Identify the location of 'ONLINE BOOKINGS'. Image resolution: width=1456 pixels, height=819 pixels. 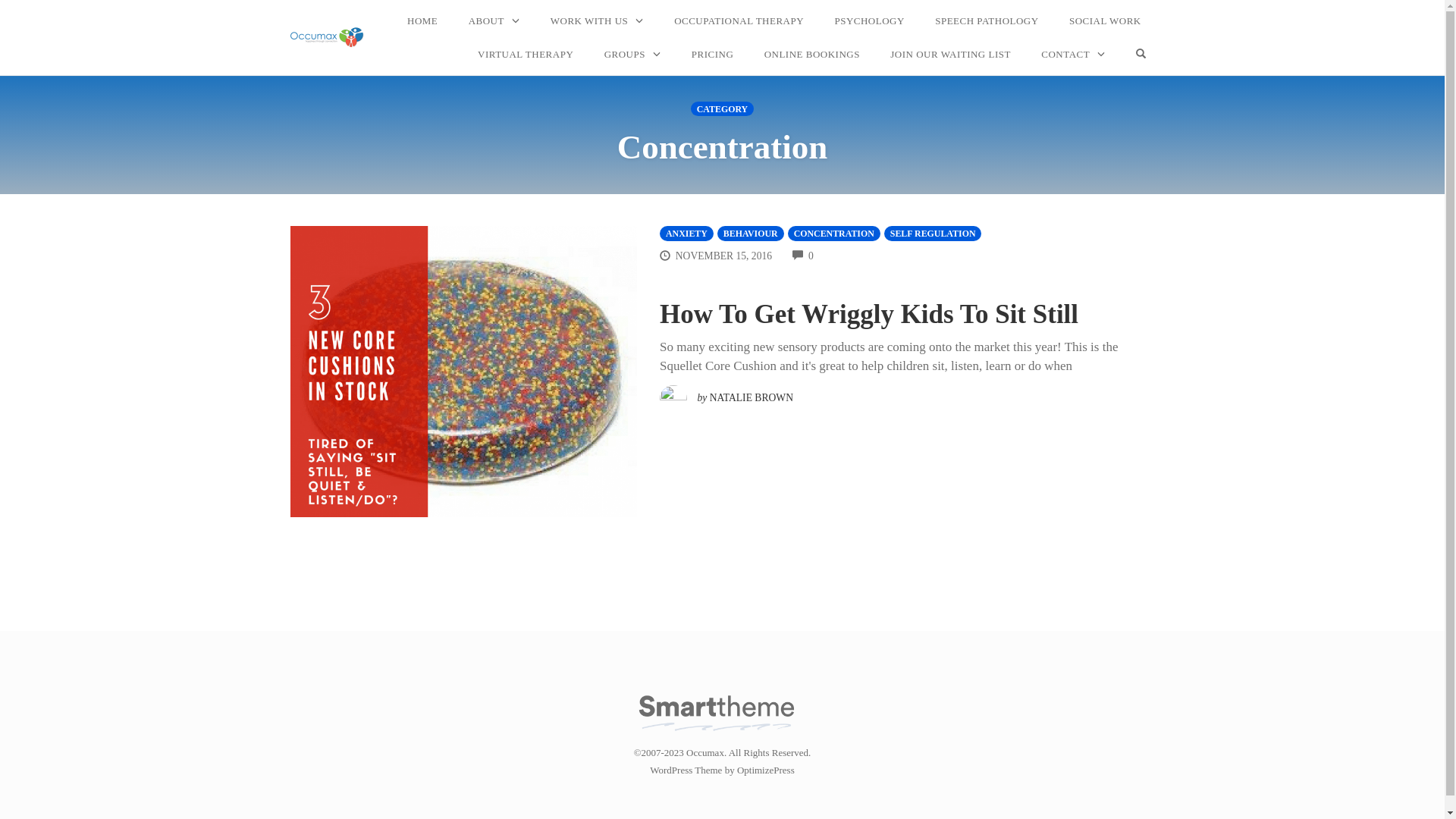
(811, 54).